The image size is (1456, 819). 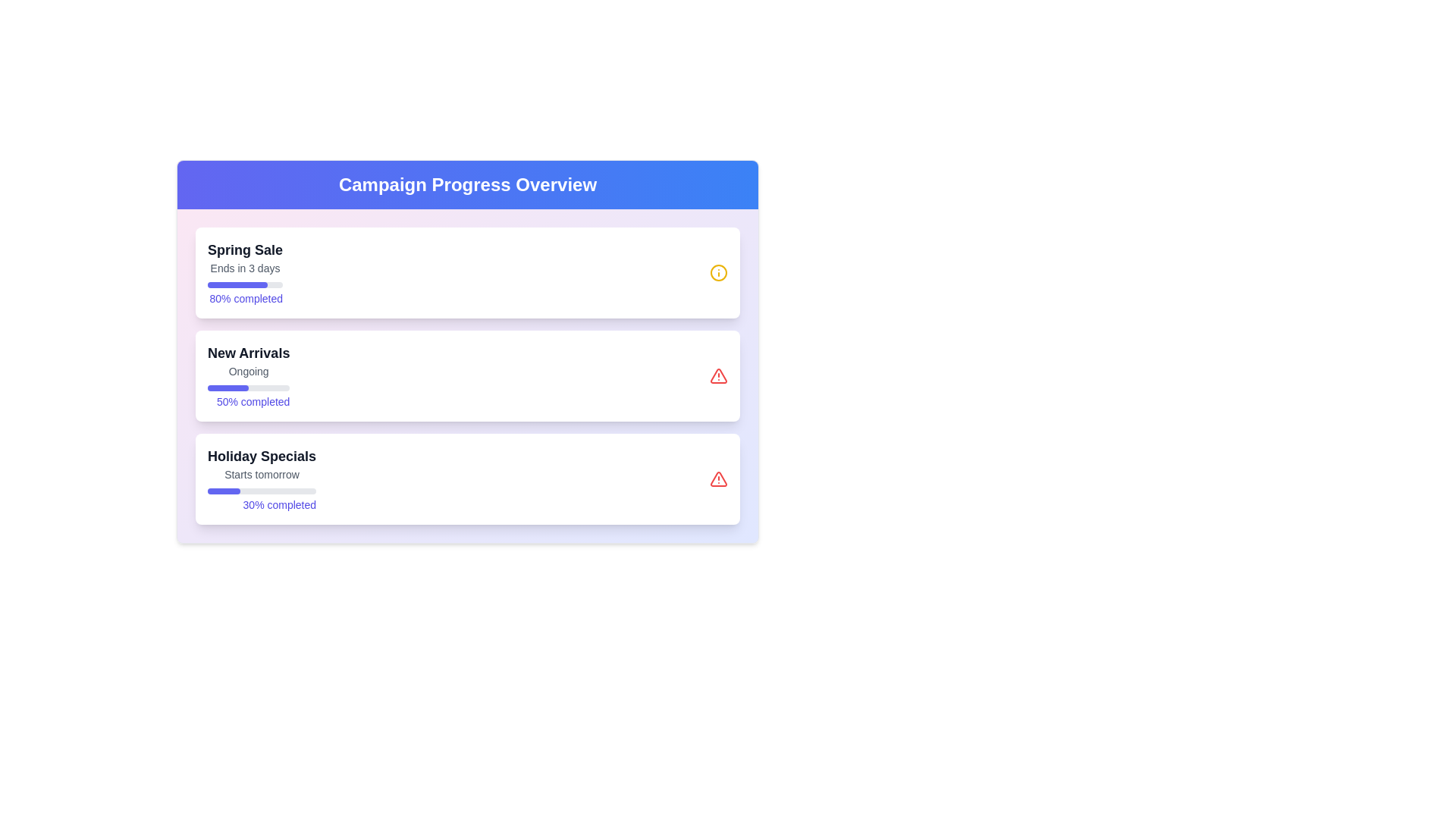 I want to click on the static header text label that provides a descriptive title for the campaign progress overview, located at the top-central part of the interface, so click(x=467, y=184).